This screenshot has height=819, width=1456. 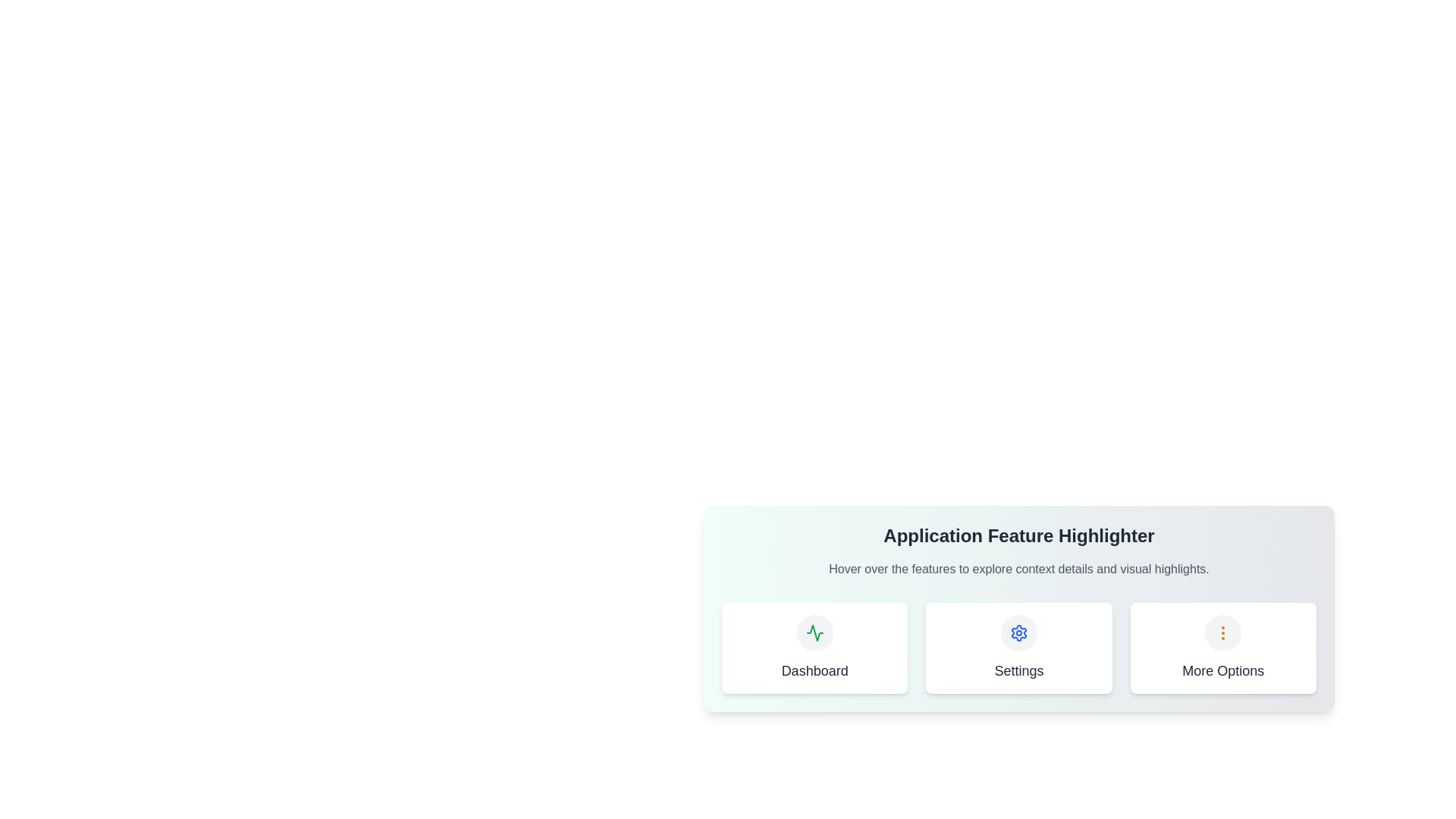 What do you see at coordinates (1223, 648) in the screenshot?
I see `the 'More Options' card, which is the third card from the left in a row of three cards` at bounding box center [1223, 648].